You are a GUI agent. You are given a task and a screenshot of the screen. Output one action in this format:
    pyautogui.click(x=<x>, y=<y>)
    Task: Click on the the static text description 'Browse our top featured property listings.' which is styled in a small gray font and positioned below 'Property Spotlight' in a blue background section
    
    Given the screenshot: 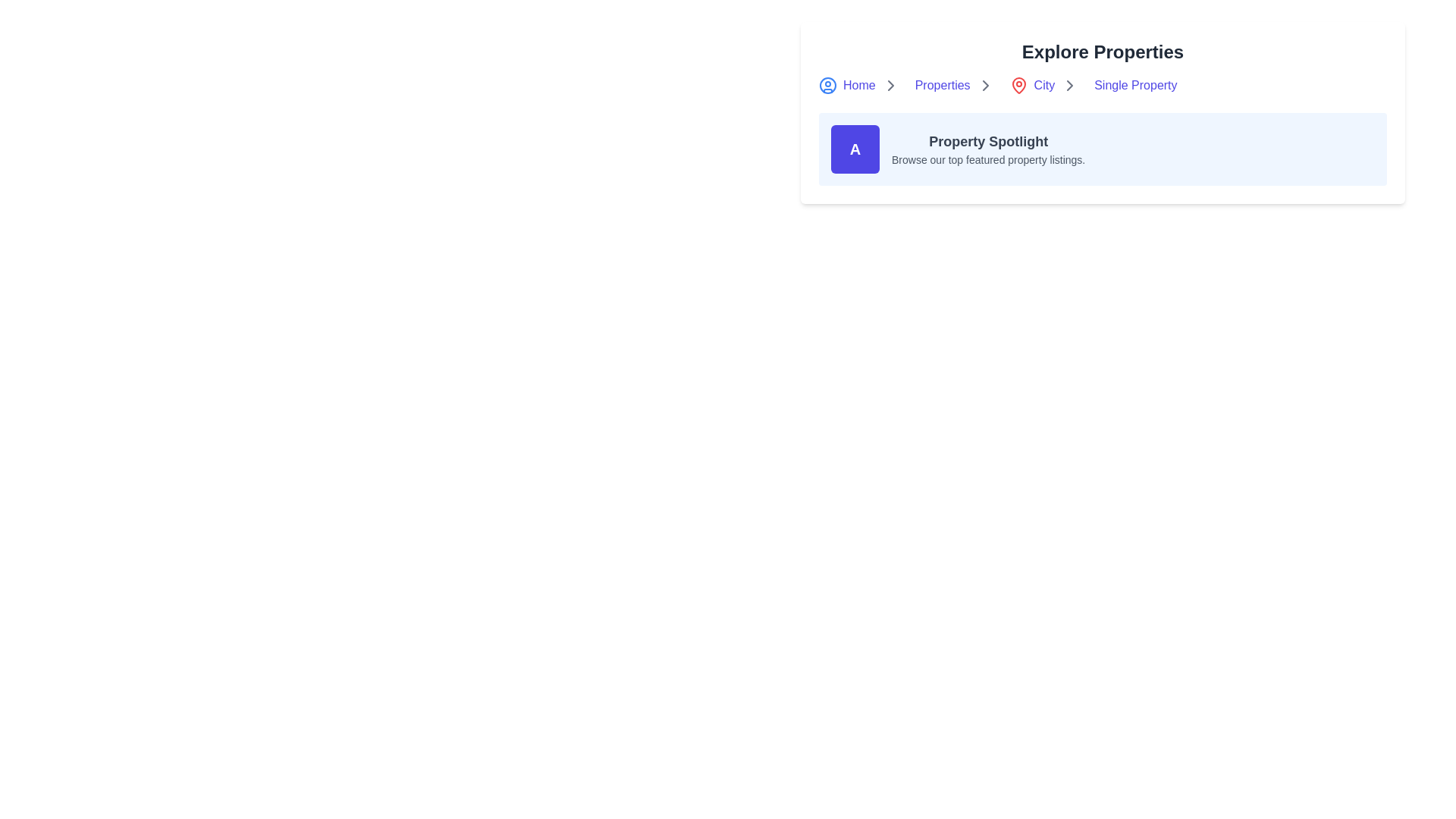 What is the action you would take?
    pyautogui.click(x=988, y=160)
    